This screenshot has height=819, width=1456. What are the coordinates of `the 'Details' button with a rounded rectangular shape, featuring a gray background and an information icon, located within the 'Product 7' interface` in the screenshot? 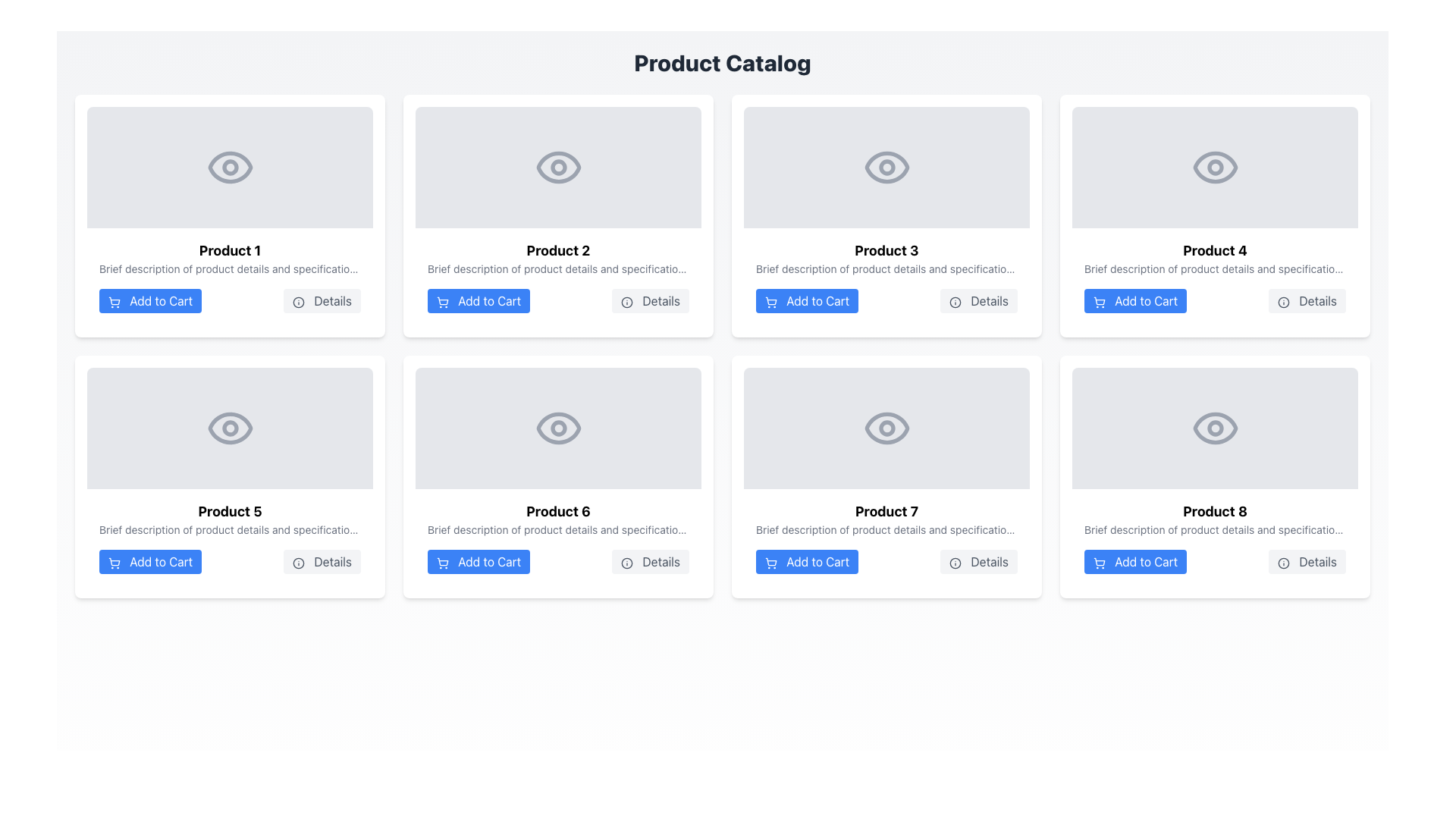 It's located at (979, 561).